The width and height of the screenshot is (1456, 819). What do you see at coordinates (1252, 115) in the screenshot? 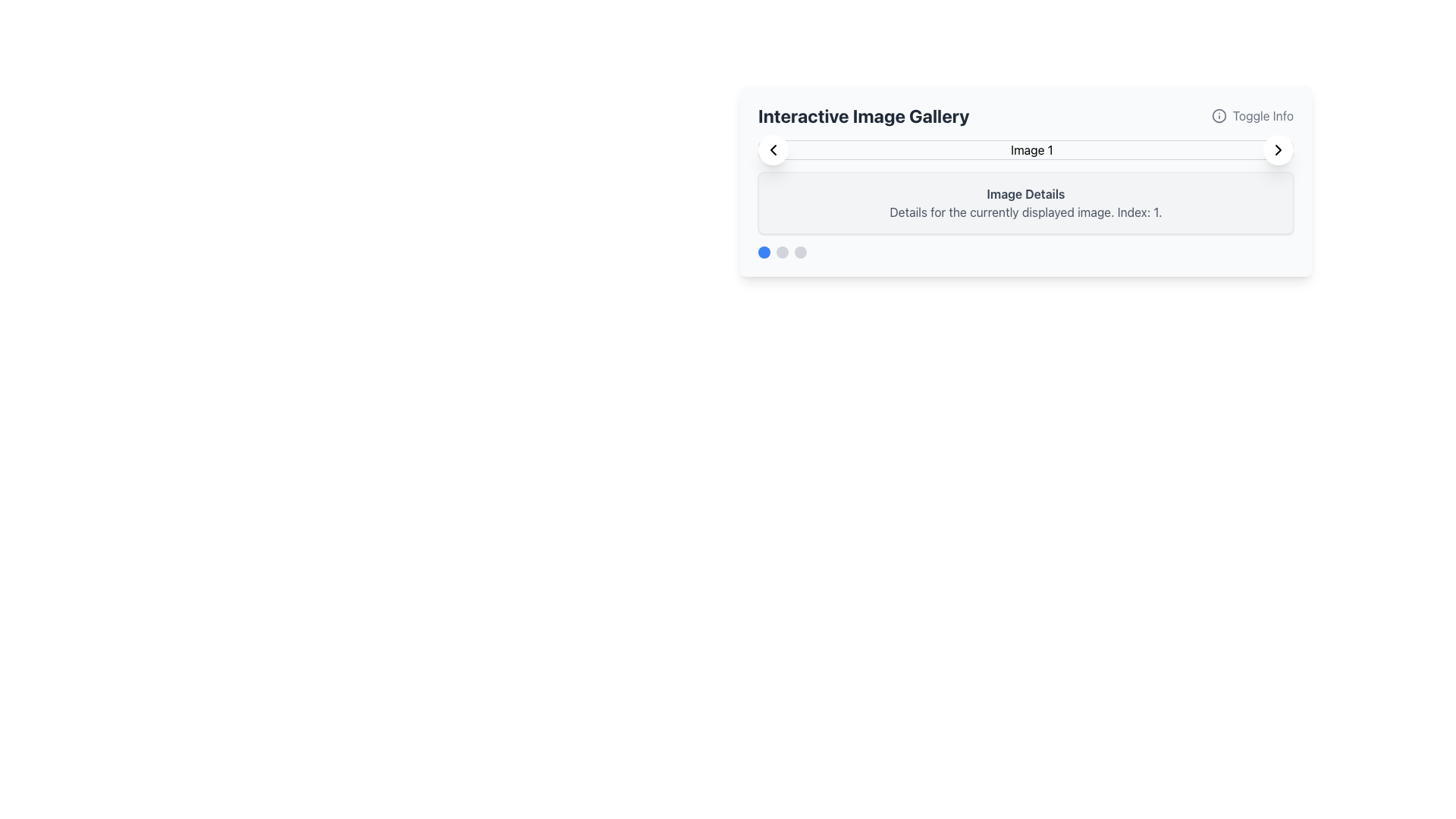
I see `the 'Toggle Info' button, which features an 'info' icon and gray text that turns blue on hover, located on the right side of the 'Interactive Image Gallery'` at bounding box center [1252, 115].